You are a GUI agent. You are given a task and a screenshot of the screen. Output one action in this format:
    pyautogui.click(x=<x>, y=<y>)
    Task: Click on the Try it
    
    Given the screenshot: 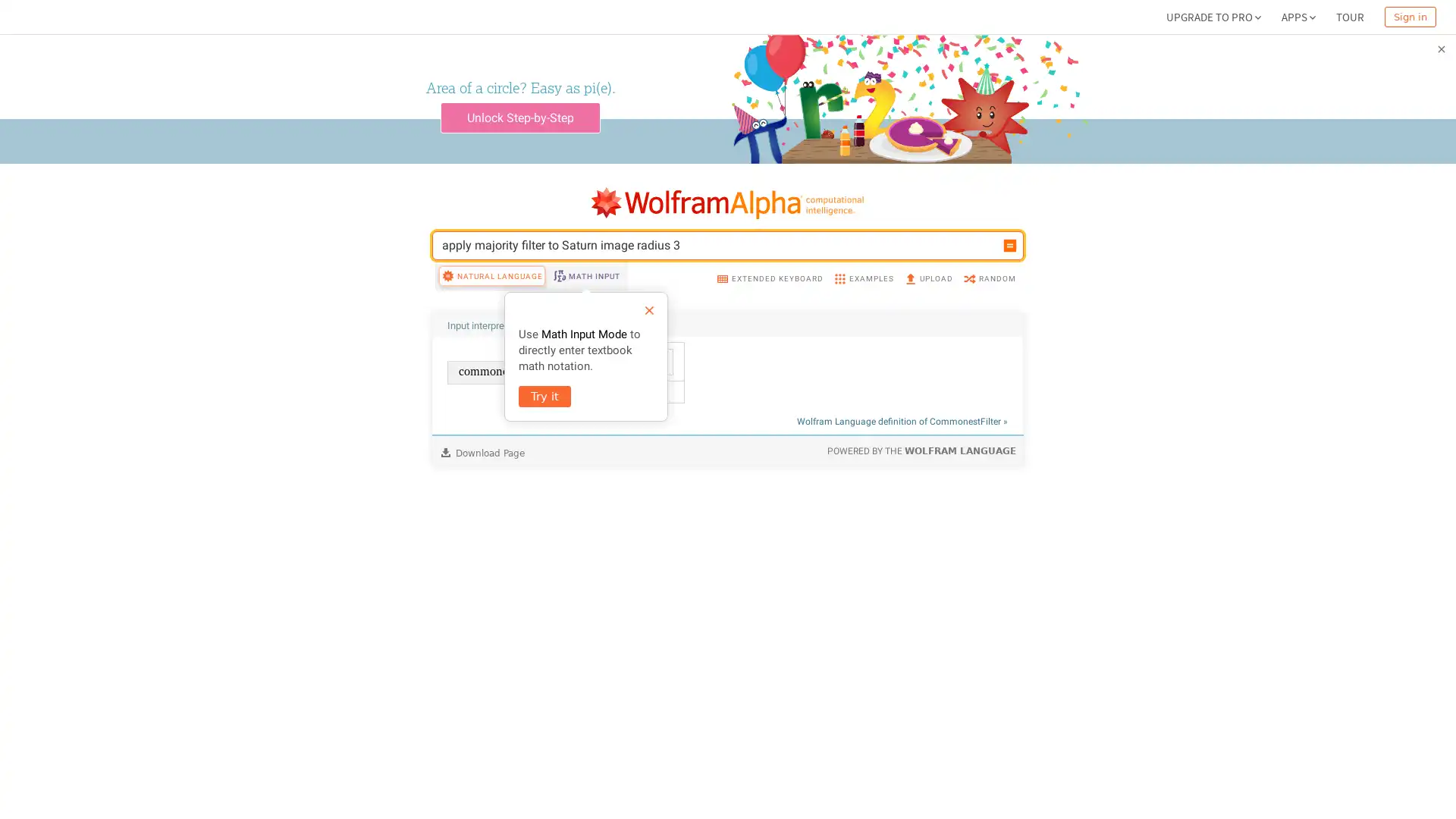 What is the action you would take?
    pyautogui.click(x=544, y=426)
    